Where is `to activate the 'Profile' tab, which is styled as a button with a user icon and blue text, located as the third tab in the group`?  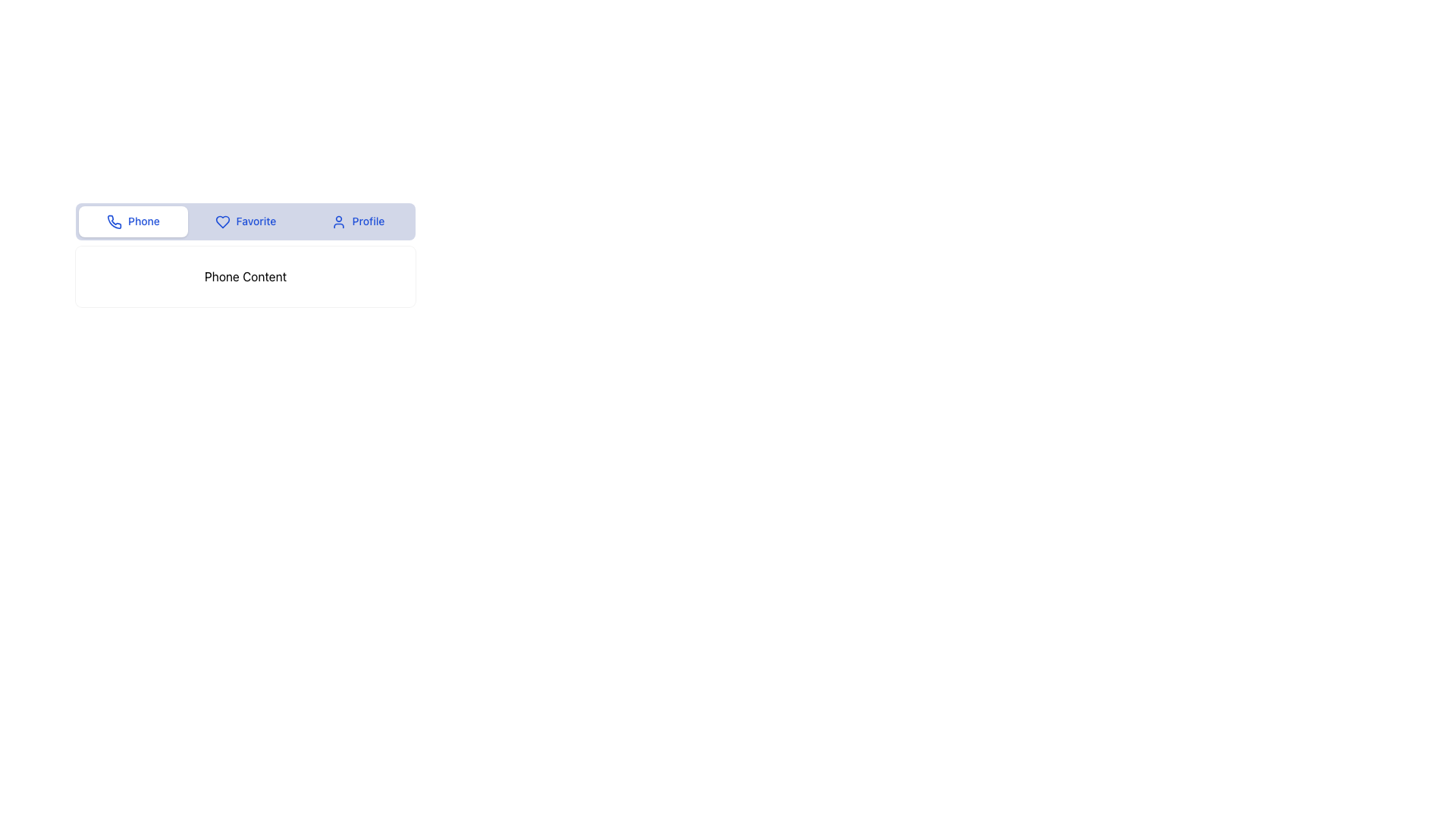
to activate the 'Profile' tab, which is styled as a button with a user icon and blue text, located as the third tab in the group is located at coordinates (356, 221).